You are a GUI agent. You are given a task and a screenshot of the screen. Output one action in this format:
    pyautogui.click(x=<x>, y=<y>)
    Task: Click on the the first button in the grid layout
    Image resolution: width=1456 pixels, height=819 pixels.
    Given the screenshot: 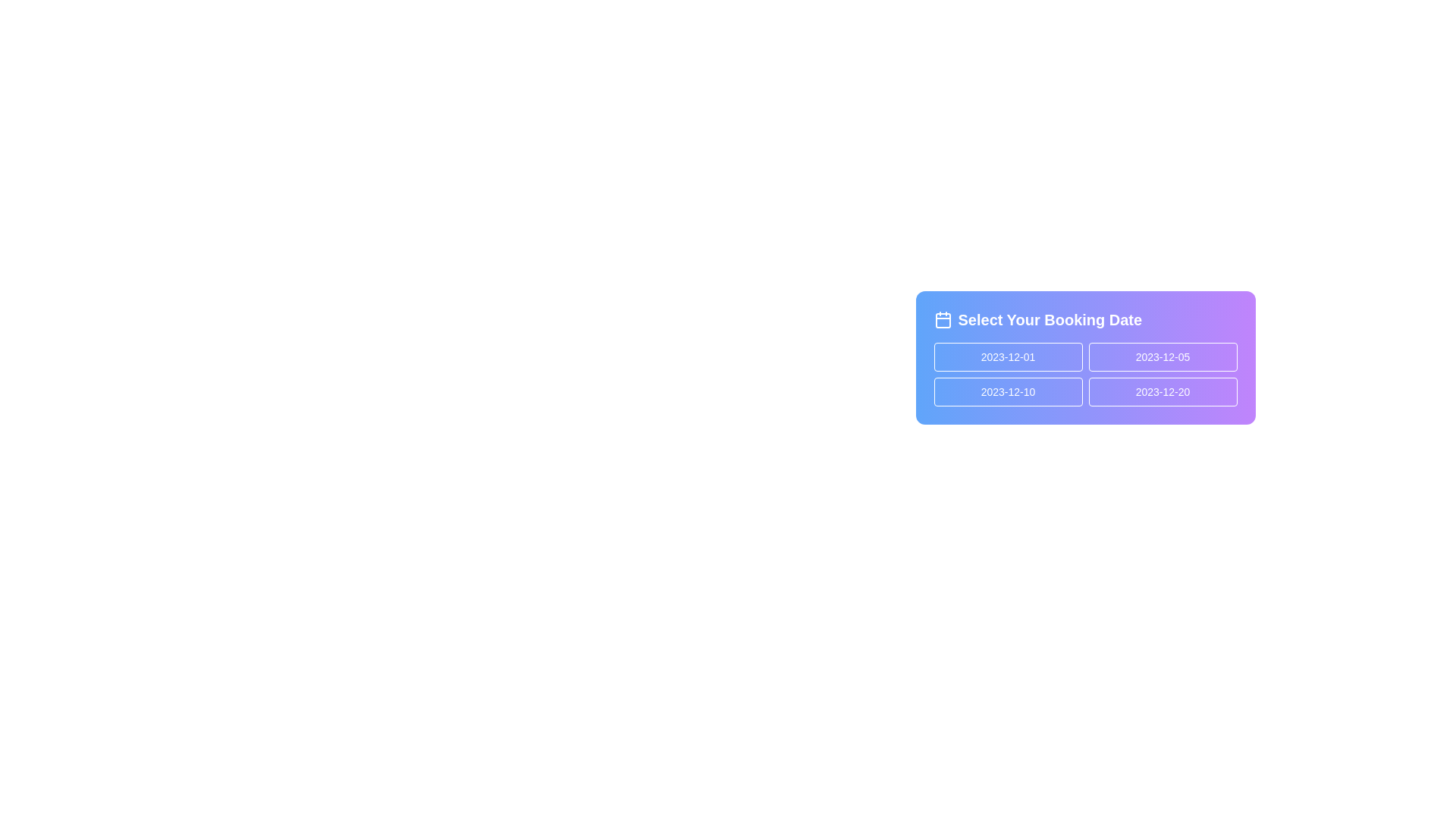 What is the action you would take?
    pyautogui.click(x=1008, y=356)
    